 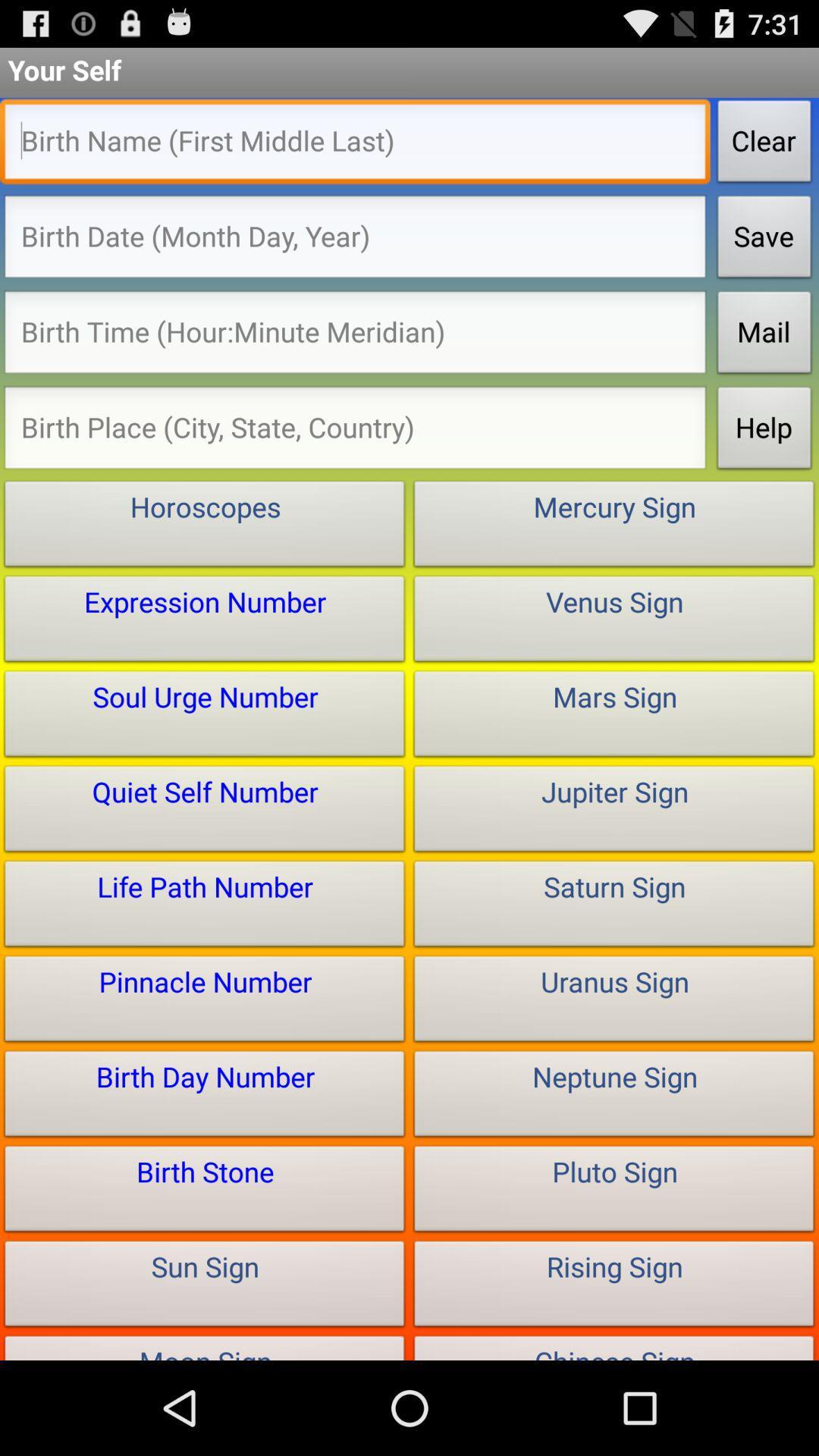 I want to click on type in full birth name, so click(x=355, y=146).